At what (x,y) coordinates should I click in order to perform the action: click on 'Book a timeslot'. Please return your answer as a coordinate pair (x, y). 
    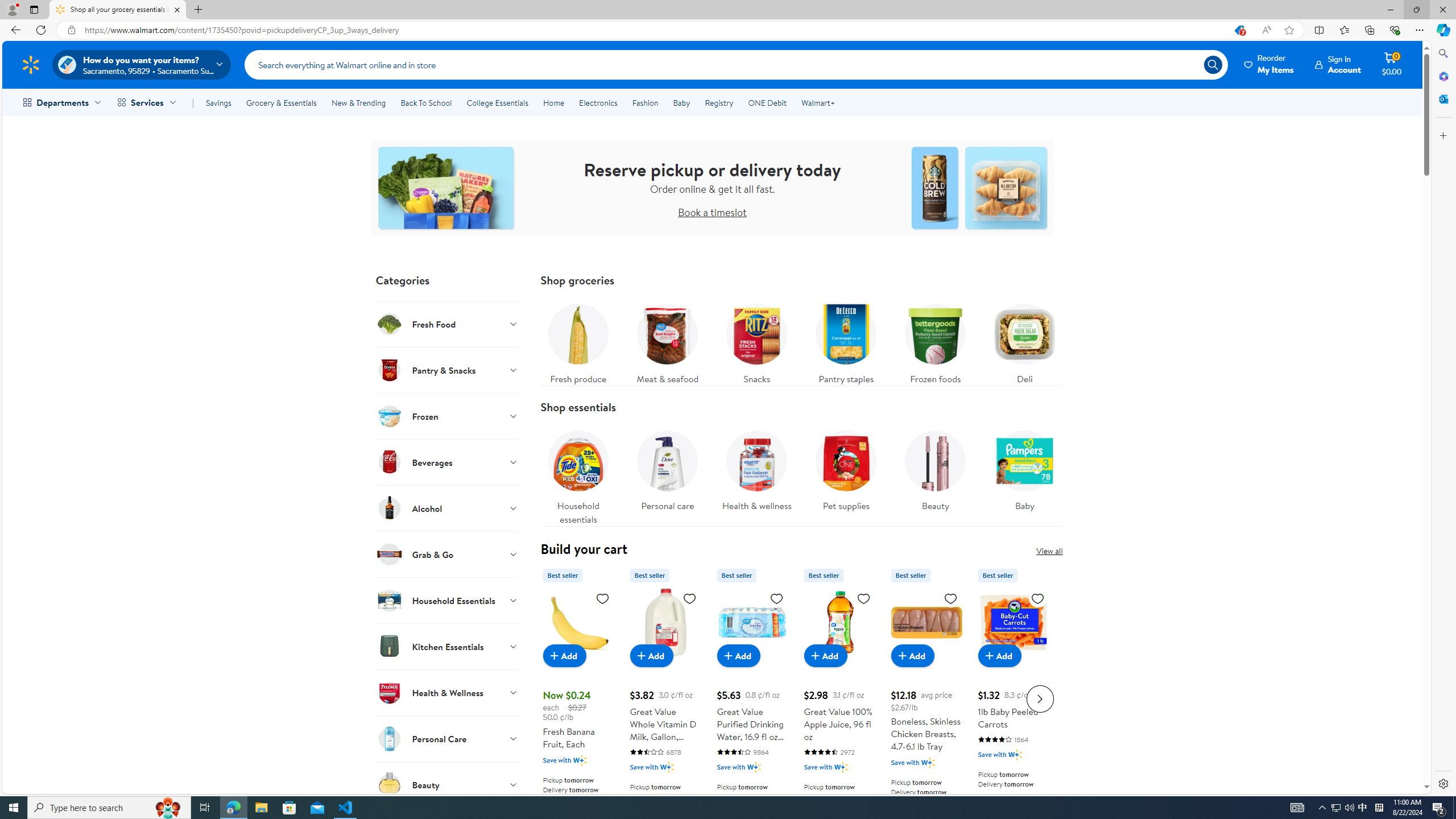
    Looking at the image, I should click on (712, 211).